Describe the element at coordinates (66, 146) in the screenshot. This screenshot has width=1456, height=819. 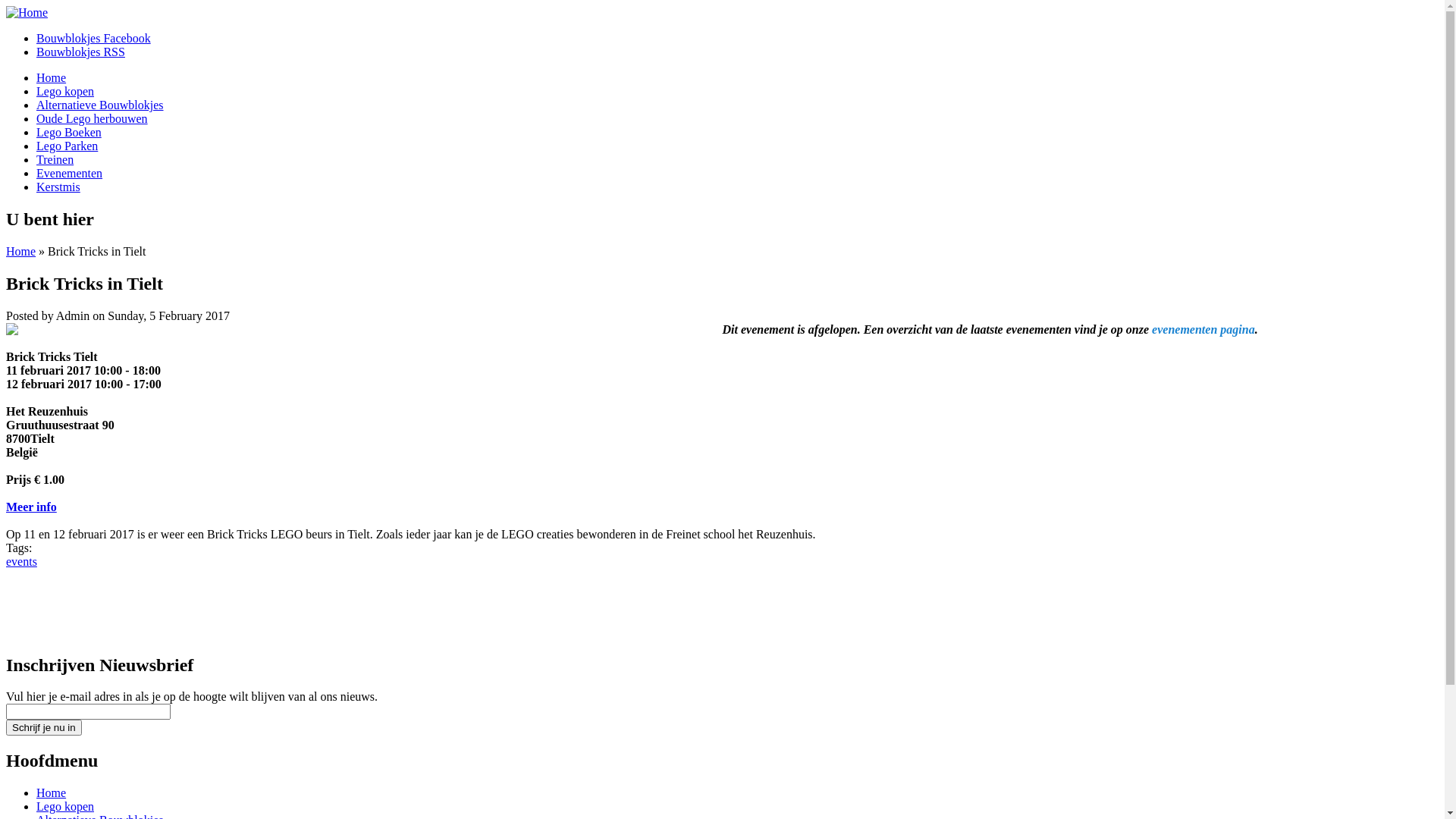
I see `'Lego Parken'` at that location.